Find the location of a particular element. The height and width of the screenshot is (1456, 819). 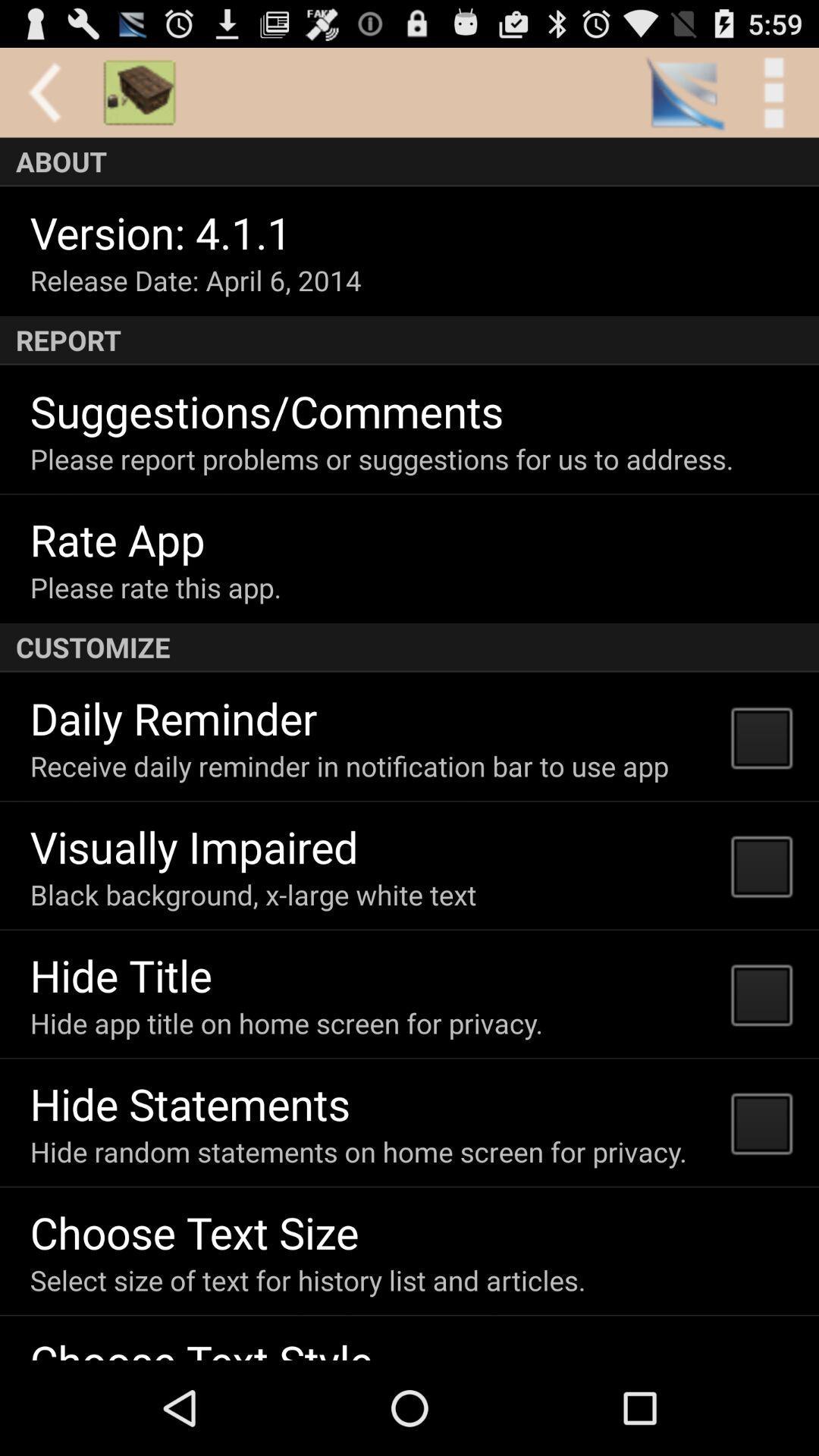

item below the about app is located at coordinates (161, 231).